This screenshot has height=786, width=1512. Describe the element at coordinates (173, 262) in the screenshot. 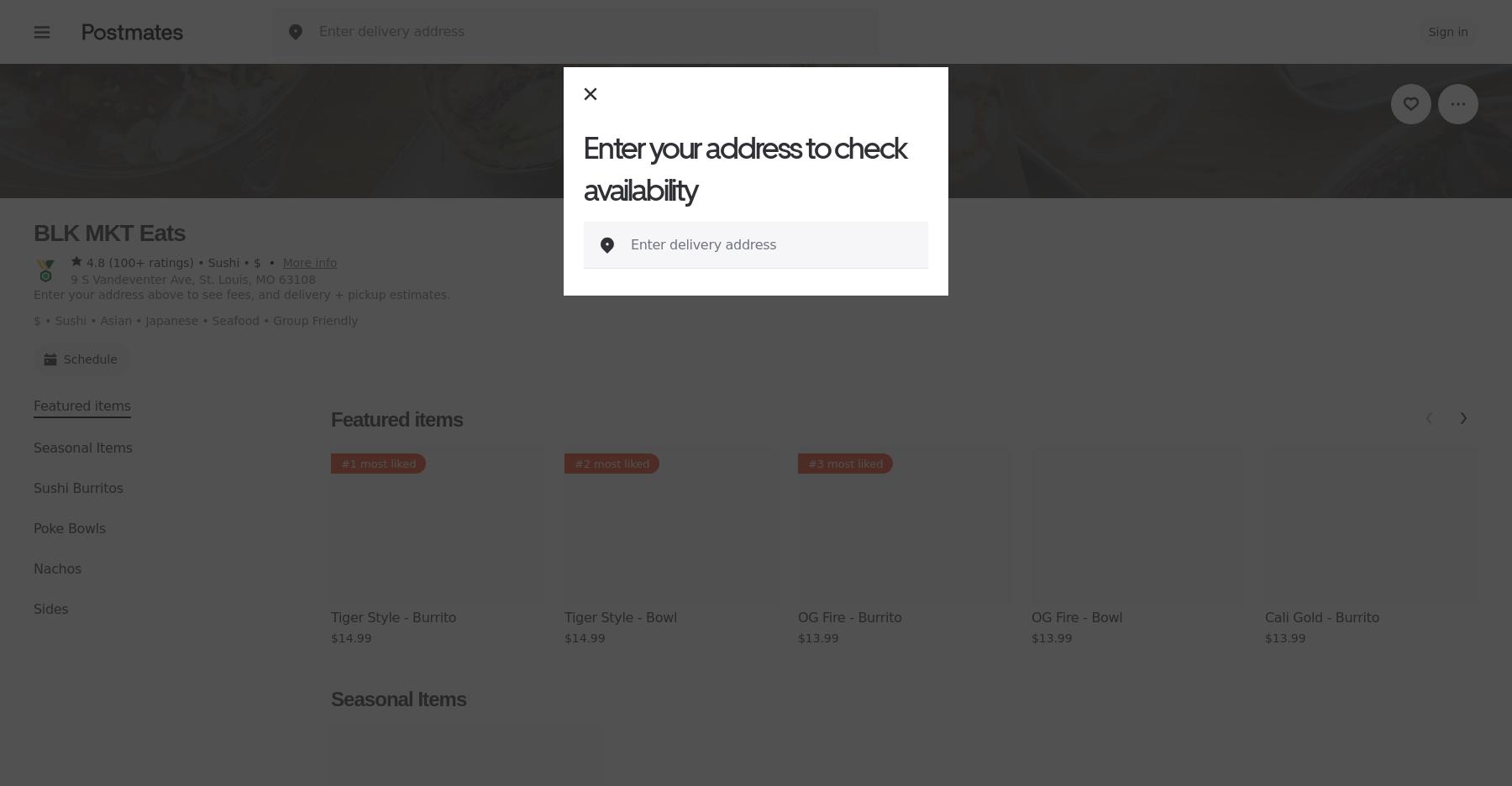

I see `'4.8 (100+ ratings) • Sushi • $'` at that location.